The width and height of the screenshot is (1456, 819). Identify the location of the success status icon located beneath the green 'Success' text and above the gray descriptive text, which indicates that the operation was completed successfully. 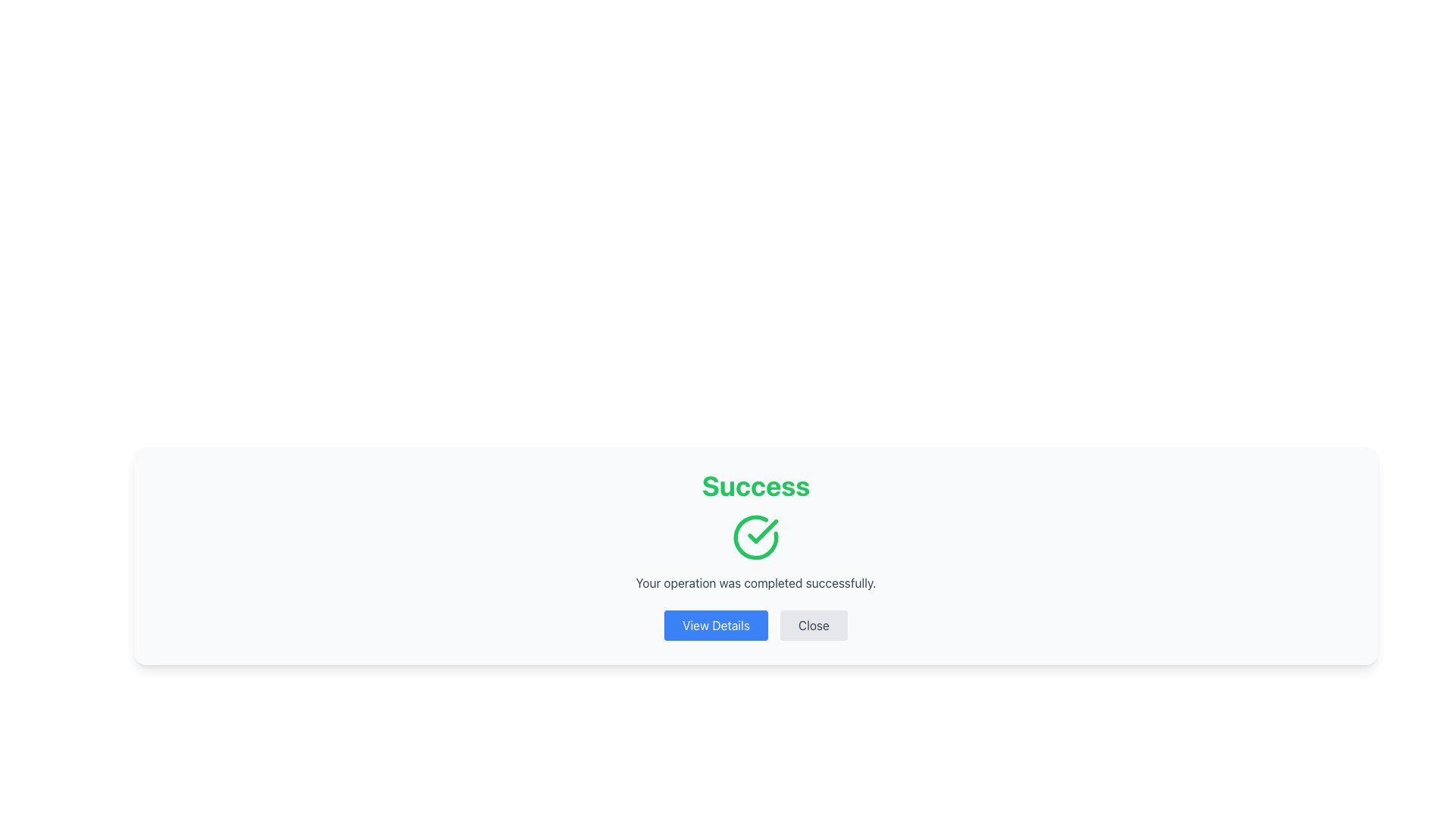
(756, 537).